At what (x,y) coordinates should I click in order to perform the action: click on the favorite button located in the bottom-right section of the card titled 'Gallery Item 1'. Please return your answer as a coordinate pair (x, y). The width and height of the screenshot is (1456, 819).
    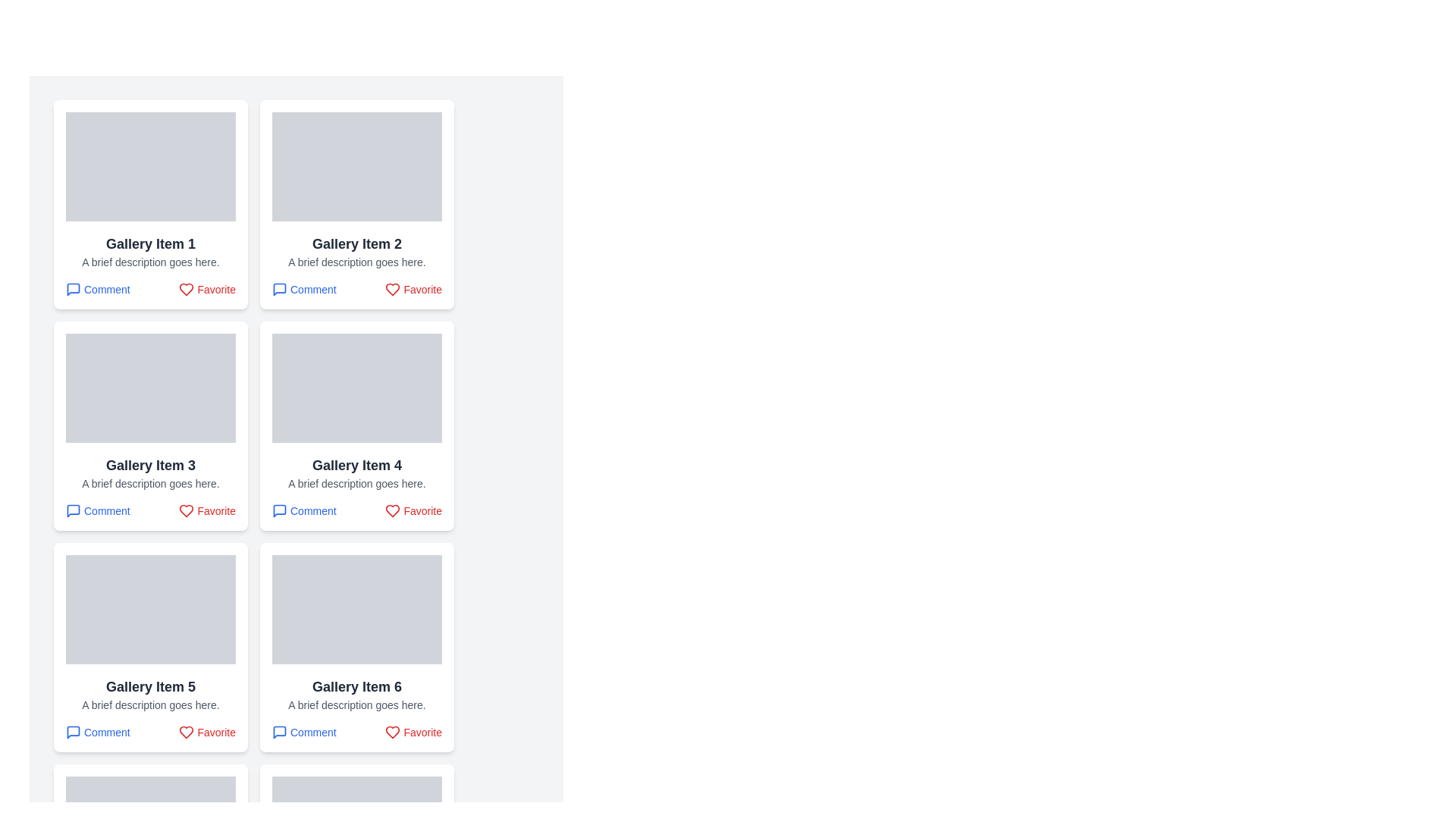
    Looking at the image, I should click on (206, 289).